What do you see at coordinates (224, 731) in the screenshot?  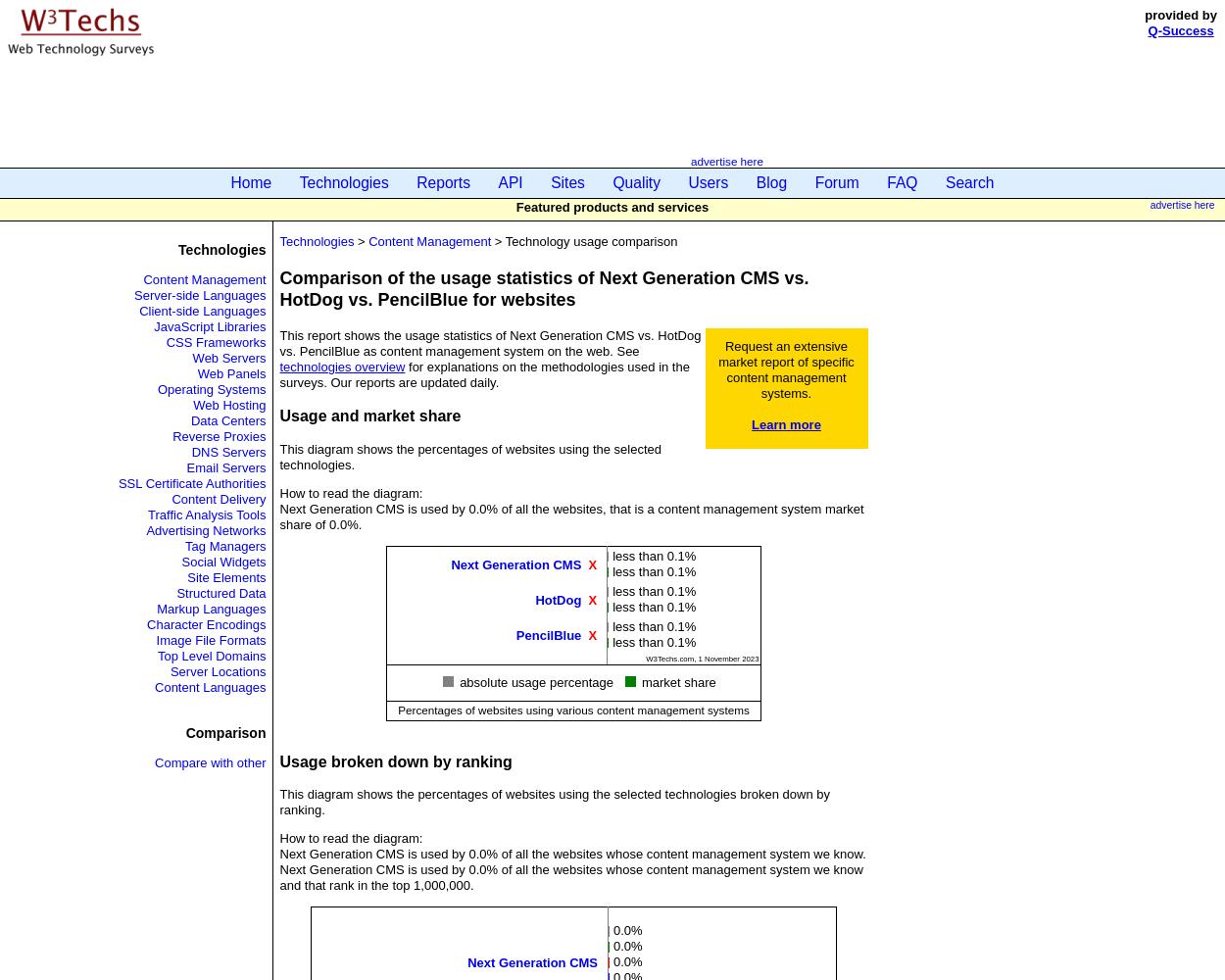 I see `'Comparison'` at bounding box center [224, 731].